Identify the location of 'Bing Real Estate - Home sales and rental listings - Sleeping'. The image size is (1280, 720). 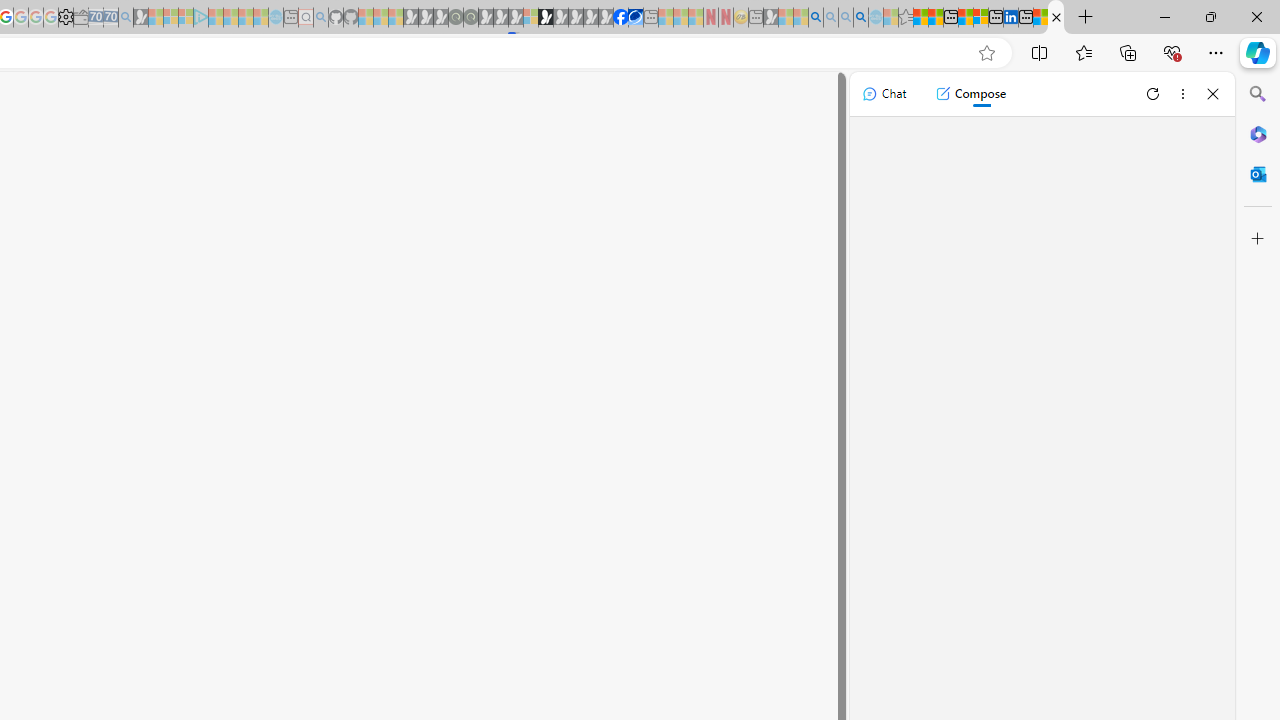
(125, 17).